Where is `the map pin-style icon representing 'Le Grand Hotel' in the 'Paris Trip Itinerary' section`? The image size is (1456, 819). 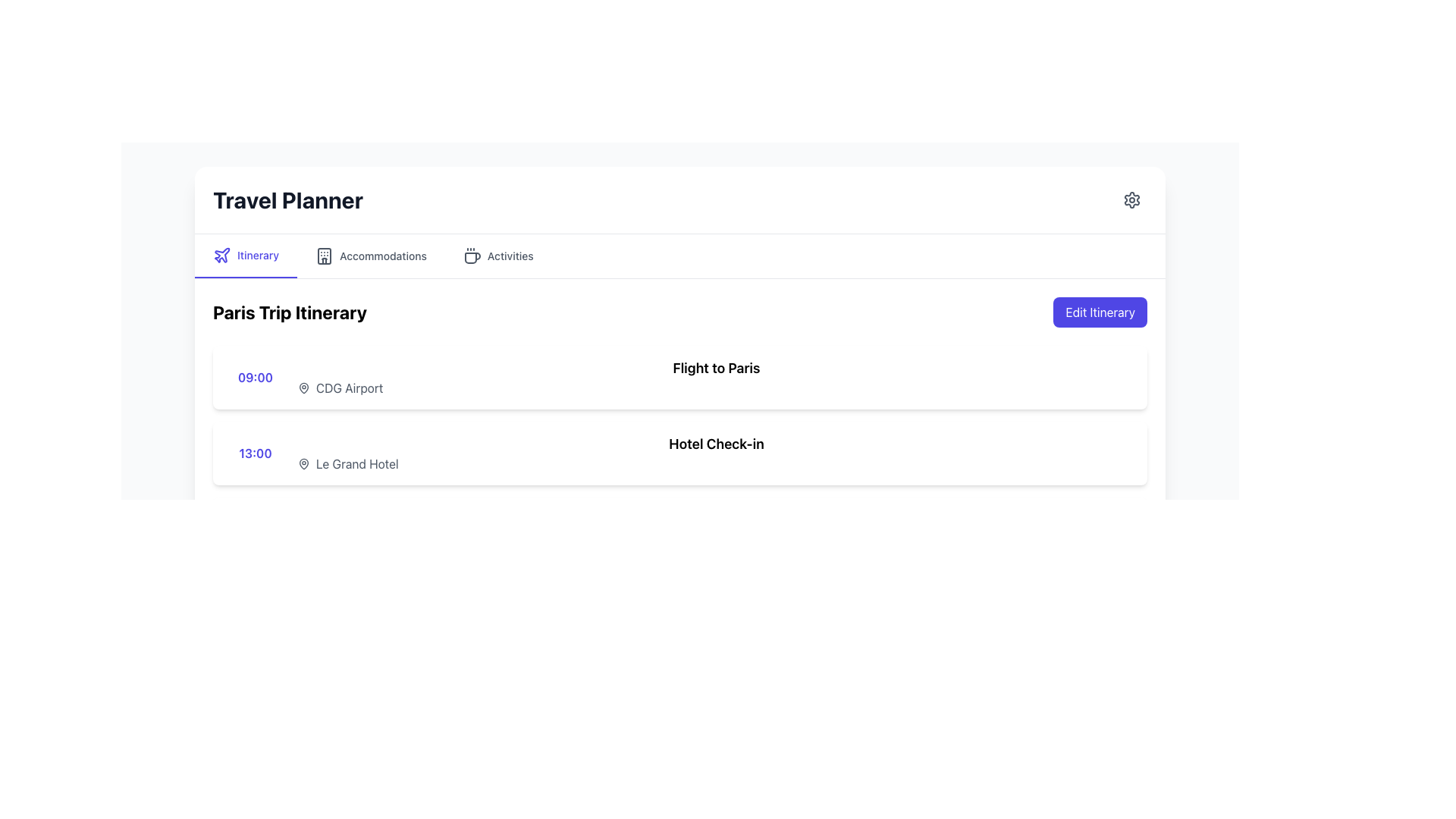 the map pin-style icon representing 'Le Grand Hotel' in the 'Paris Trip Itinerary' section is located at coordinates (303, 462).